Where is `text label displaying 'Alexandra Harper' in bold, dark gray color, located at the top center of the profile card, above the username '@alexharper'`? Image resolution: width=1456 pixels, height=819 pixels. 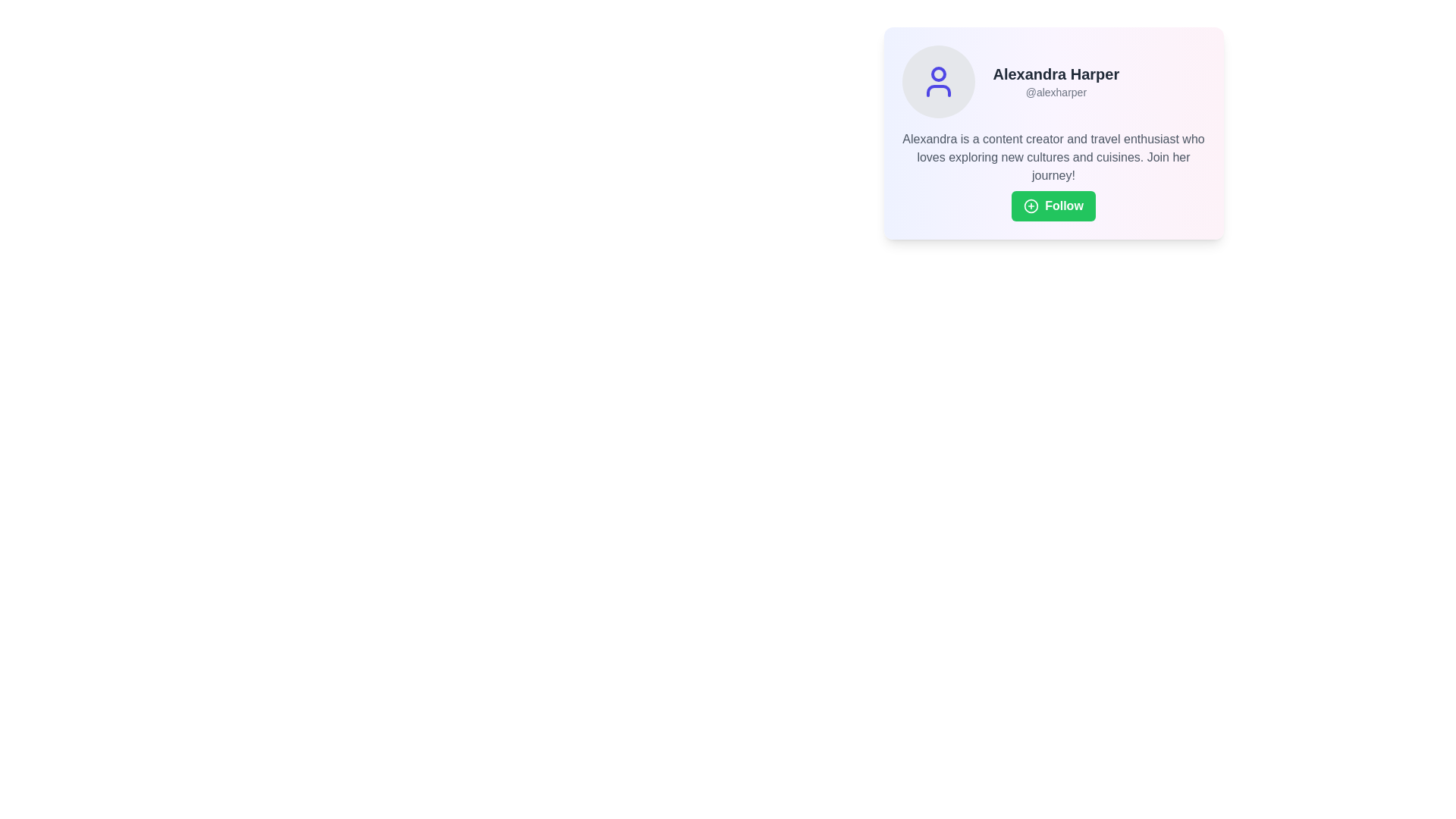 text label displaying 'Alexandra Harper' in bold, dark gray color, located at the top center of the profile card, above the username '@alexharper' is located at coordinates (1055, 74).